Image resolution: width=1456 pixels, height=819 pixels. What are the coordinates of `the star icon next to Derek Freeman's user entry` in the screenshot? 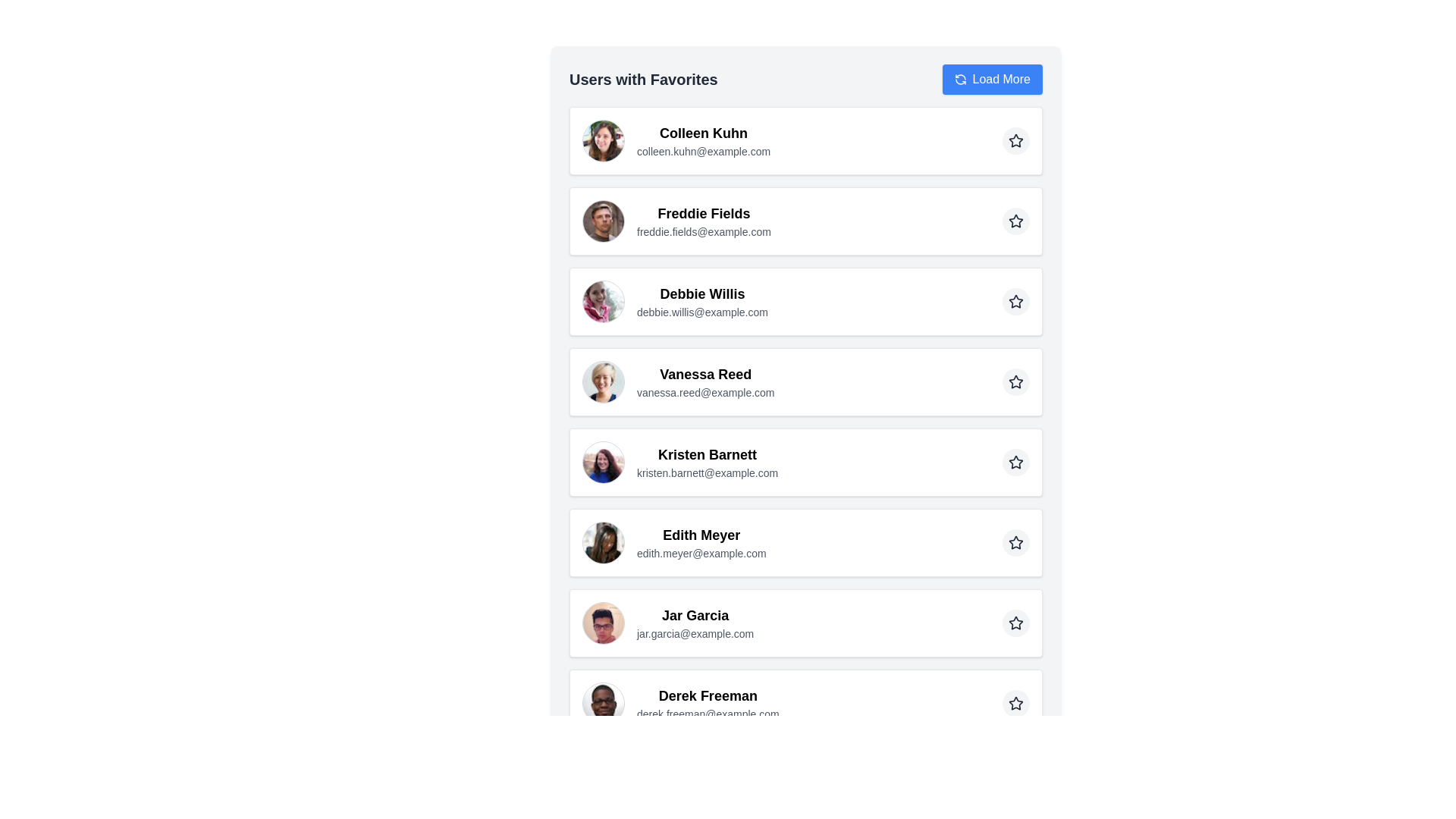 It's located at (1015, 703).